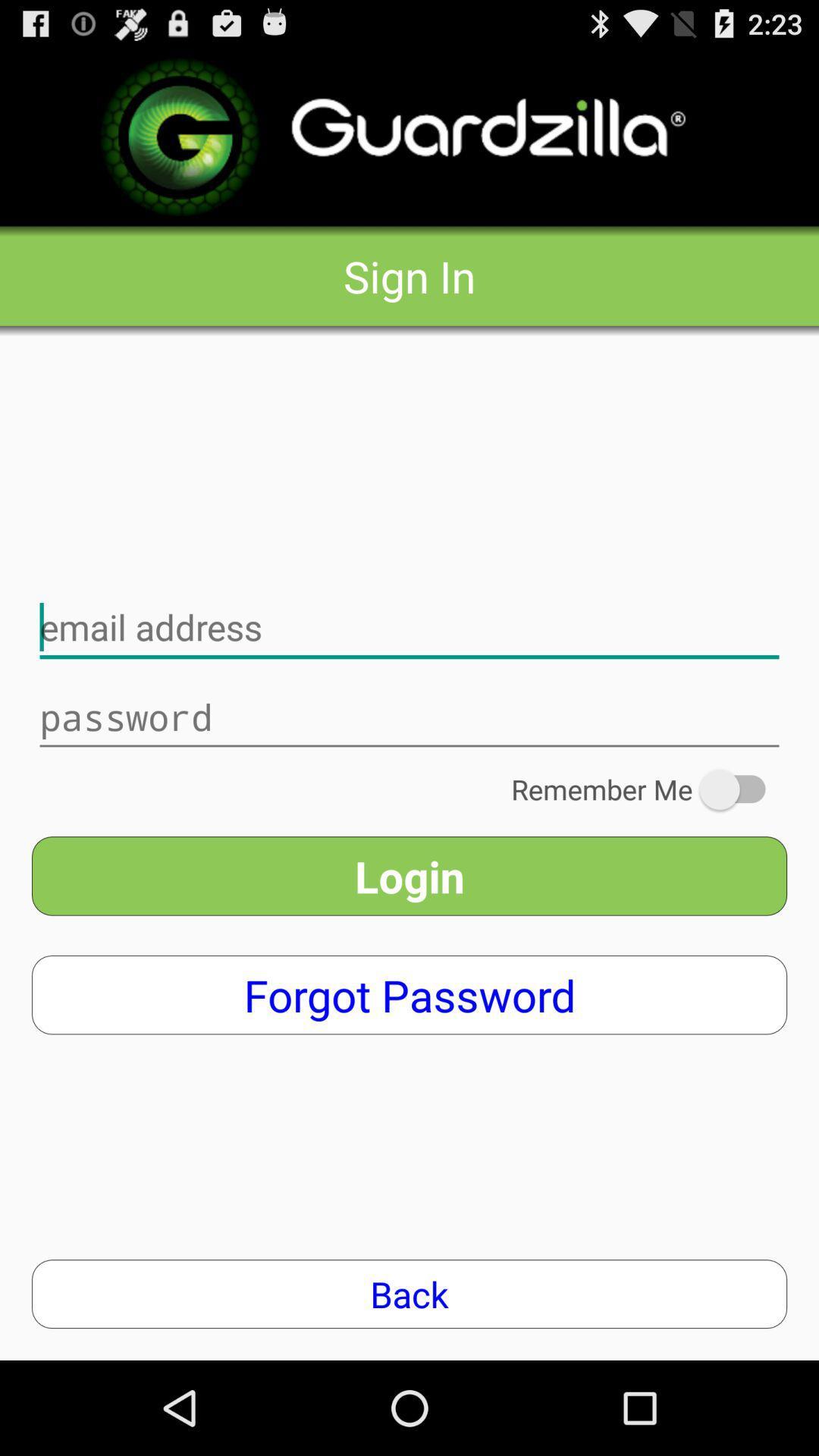 Image resolution: width=819 pixels, height=1456 pixels. I want to click on email, so click(409, 628).